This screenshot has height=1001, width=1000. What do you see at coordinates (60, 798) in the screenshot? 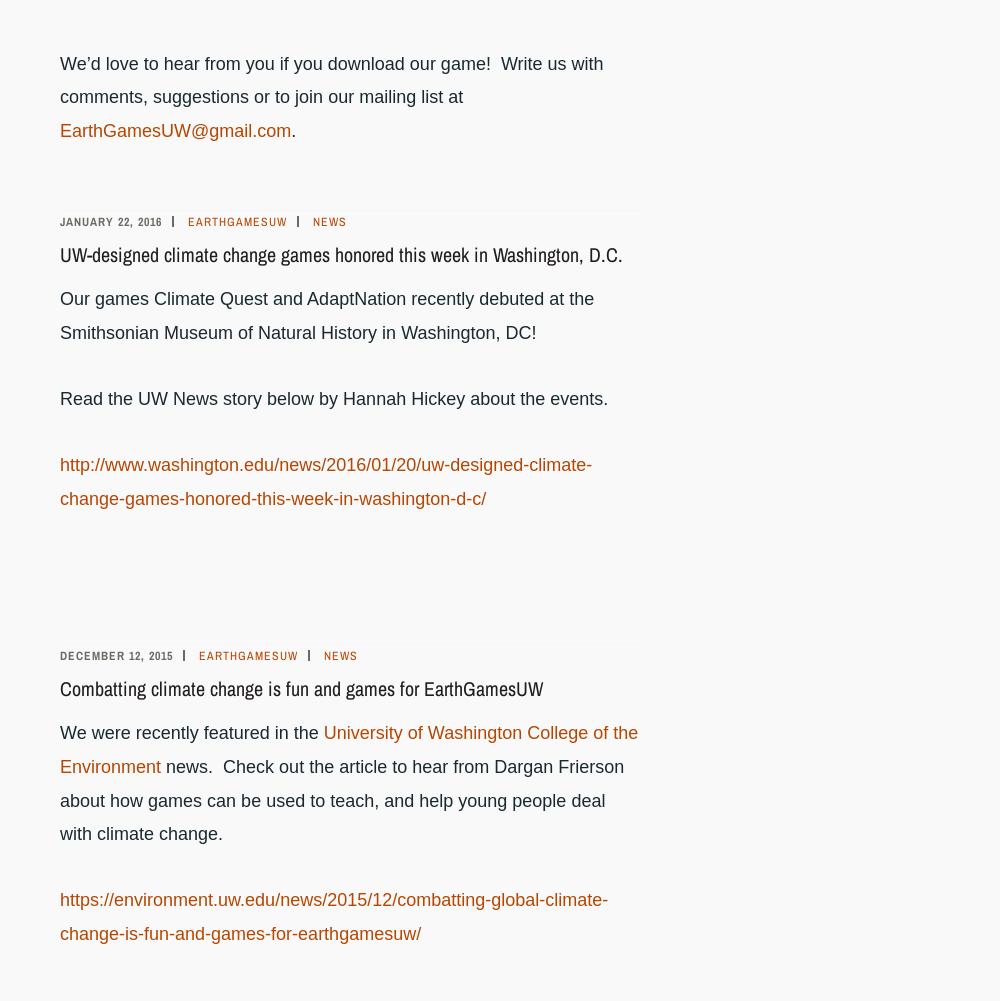
I see `'news.  Check out the article to hear from Dargan Frierson about how games can be used to teach, and help young people deal with climate change.'` at bounding box center [60, 798].